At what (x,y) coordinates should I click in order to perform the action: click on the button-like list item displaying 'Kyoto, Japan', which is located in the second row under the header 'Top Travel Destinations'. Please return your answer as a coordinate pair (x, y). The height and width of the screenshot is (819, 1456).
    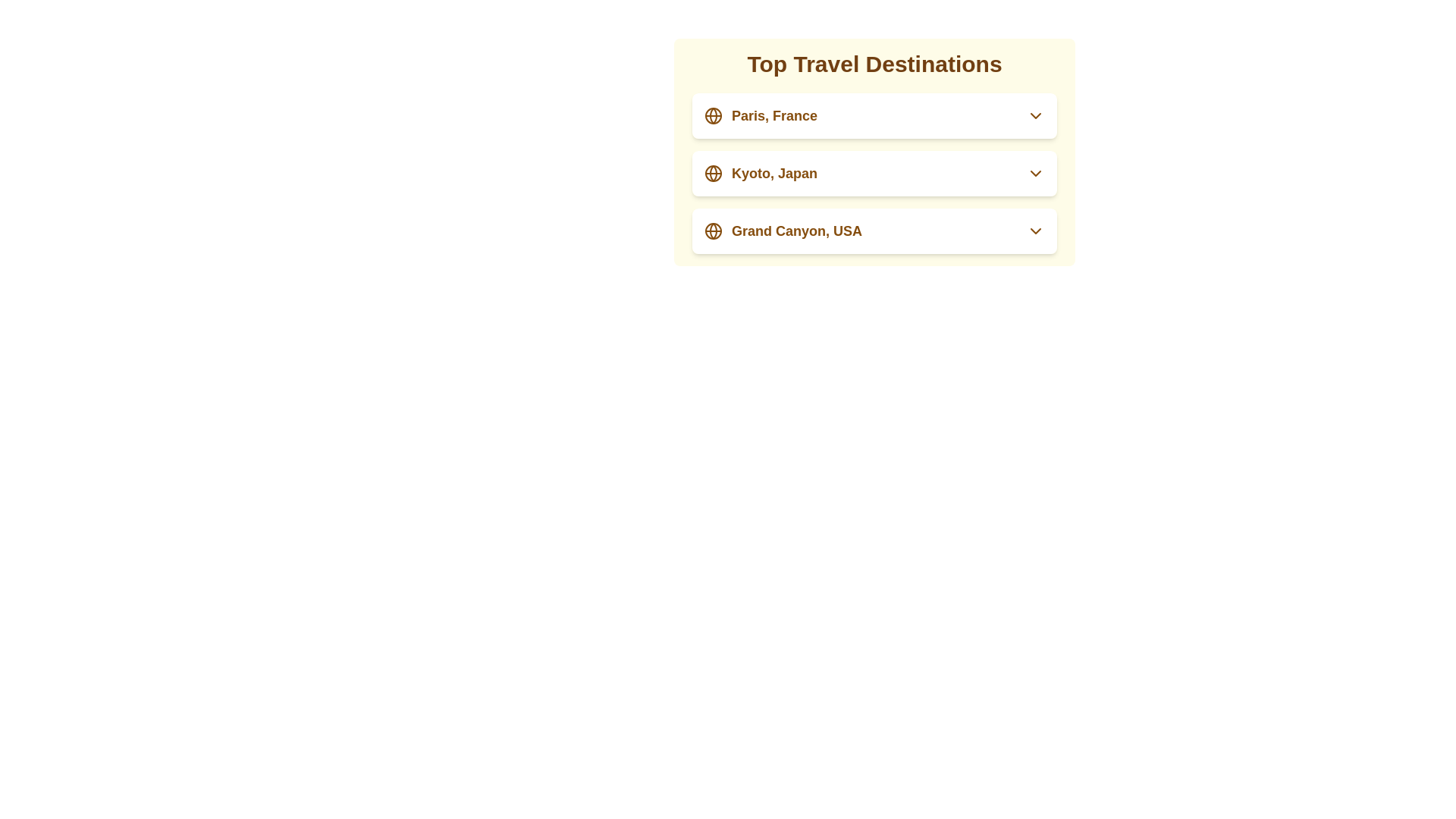
    Looking at the image, I should click on (761, 172).